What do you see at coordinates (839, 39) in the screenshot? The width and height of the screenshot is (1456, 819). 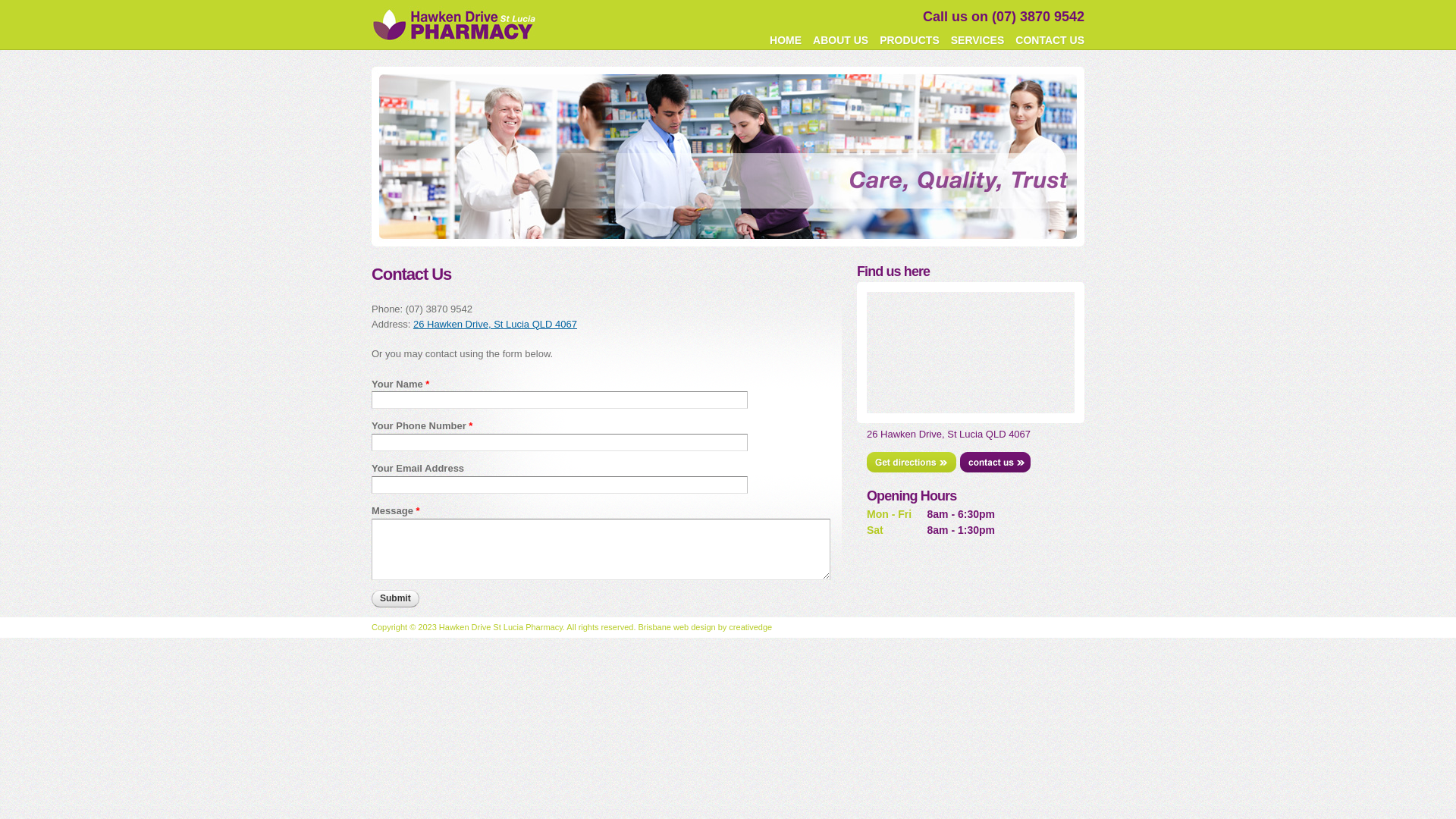 I see `'ABOUT US'` at bounding box center [839, 39].